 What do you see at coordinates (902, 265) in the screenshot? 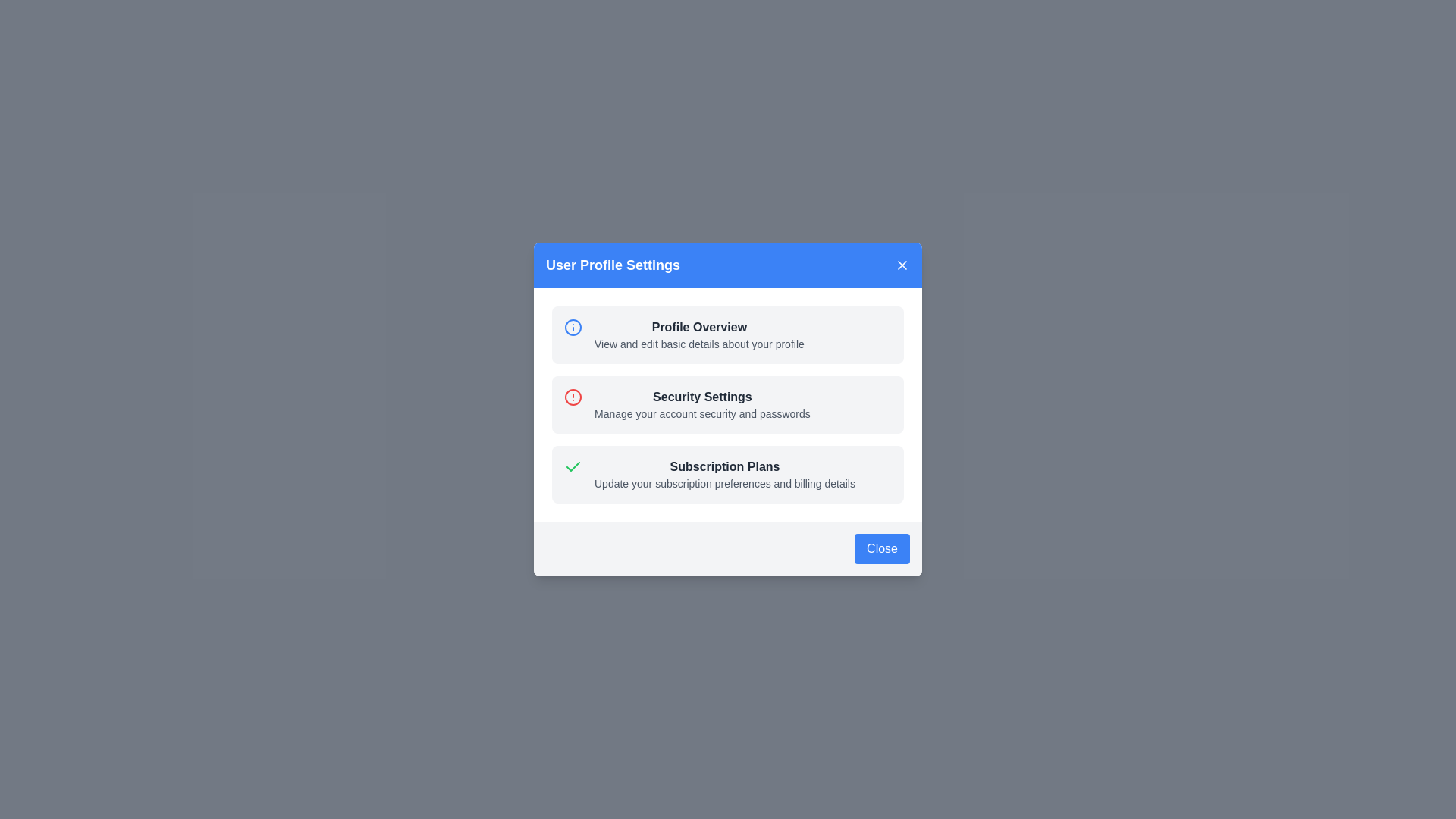
I see `the close button to close the dialog` at bounding box center [902, 265].